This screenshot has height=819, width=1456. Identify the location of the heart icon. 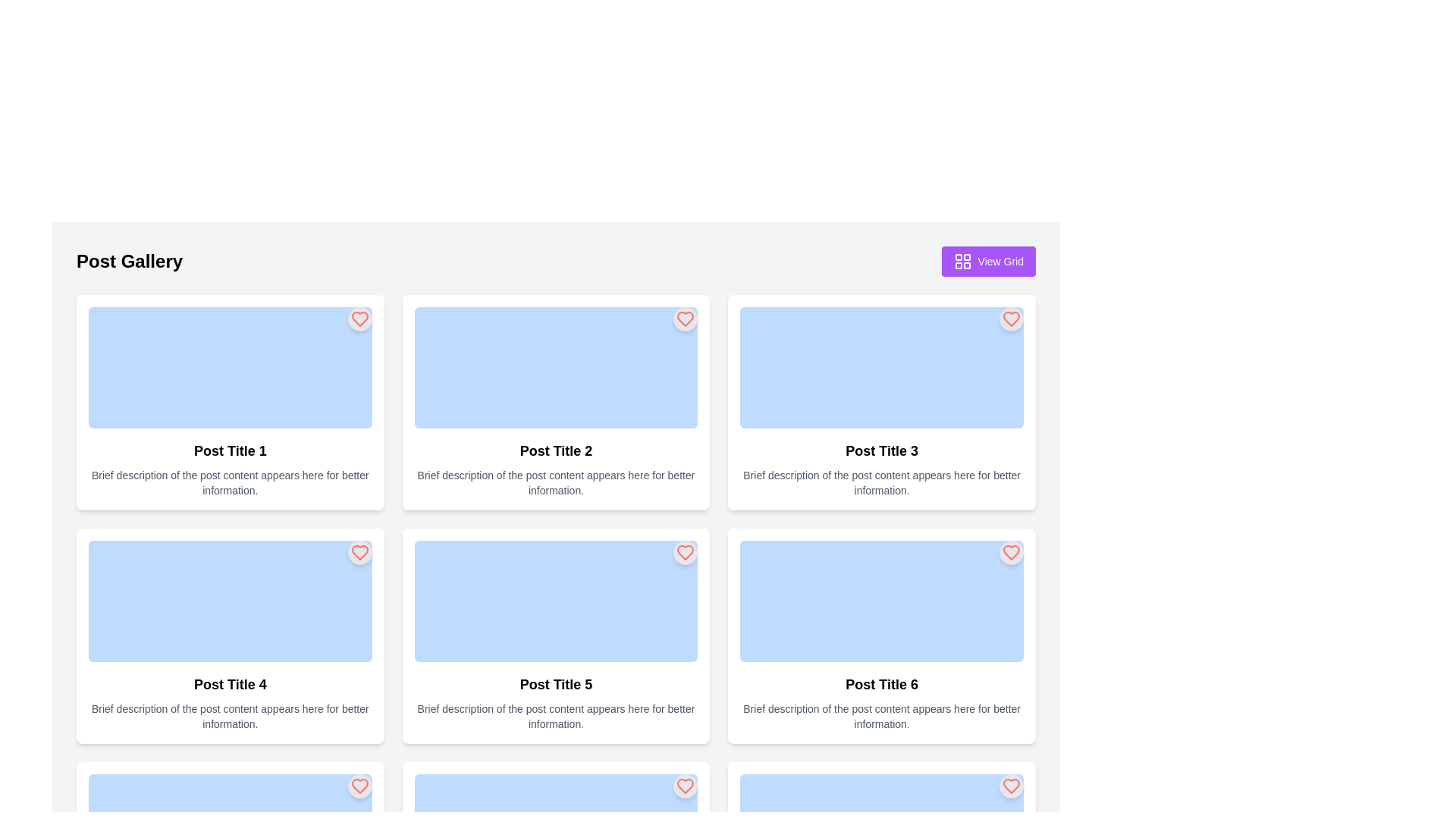
(684, 318).